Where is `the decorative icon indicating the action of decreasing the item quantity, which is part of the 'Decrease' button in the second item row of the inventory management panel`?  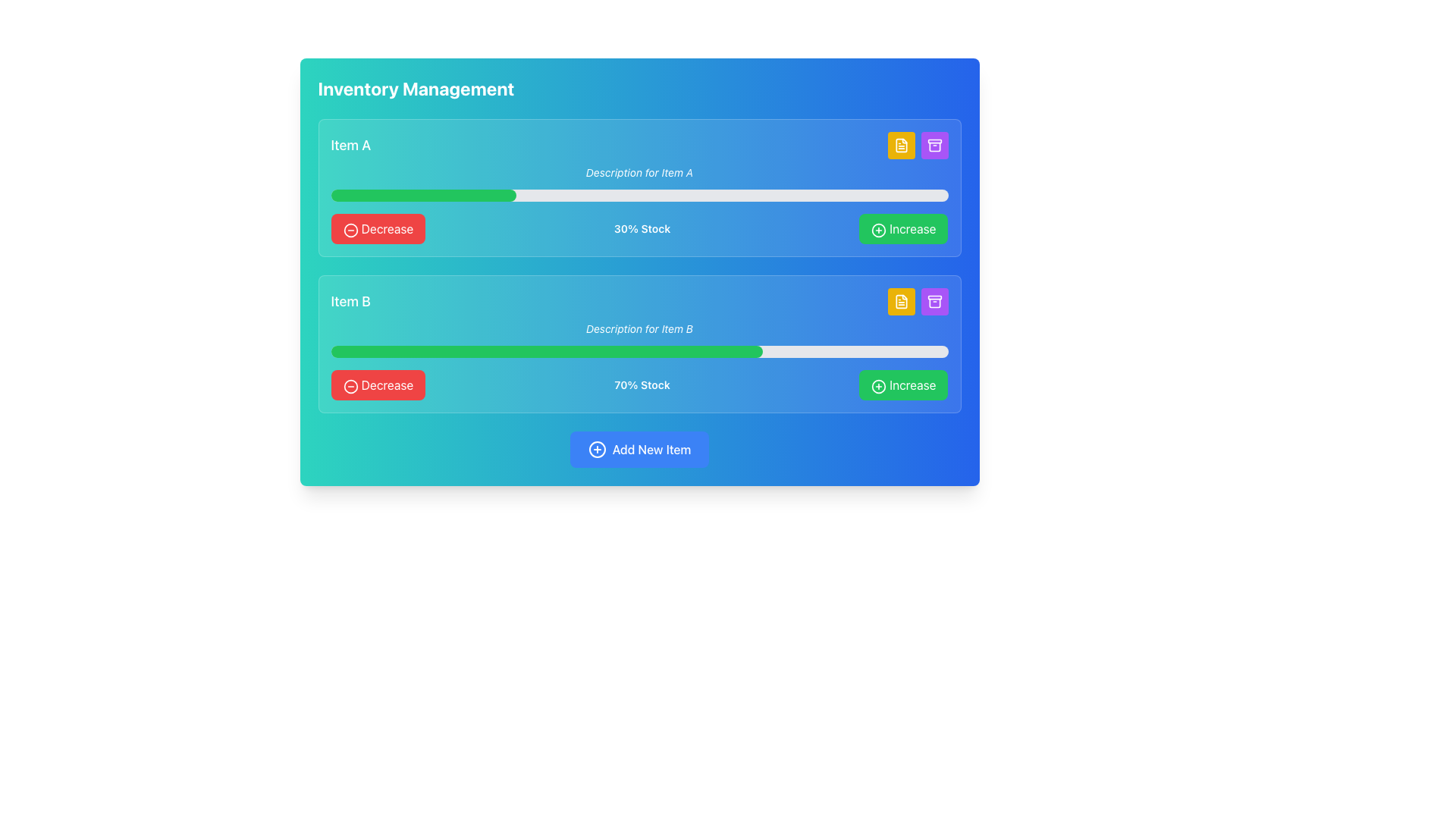 the decorative icon indicating the action of decreasing the item quantity, which is part of the 'Decrease' button in the second item row of the inventory management panel is located at coordinates (350, 230).